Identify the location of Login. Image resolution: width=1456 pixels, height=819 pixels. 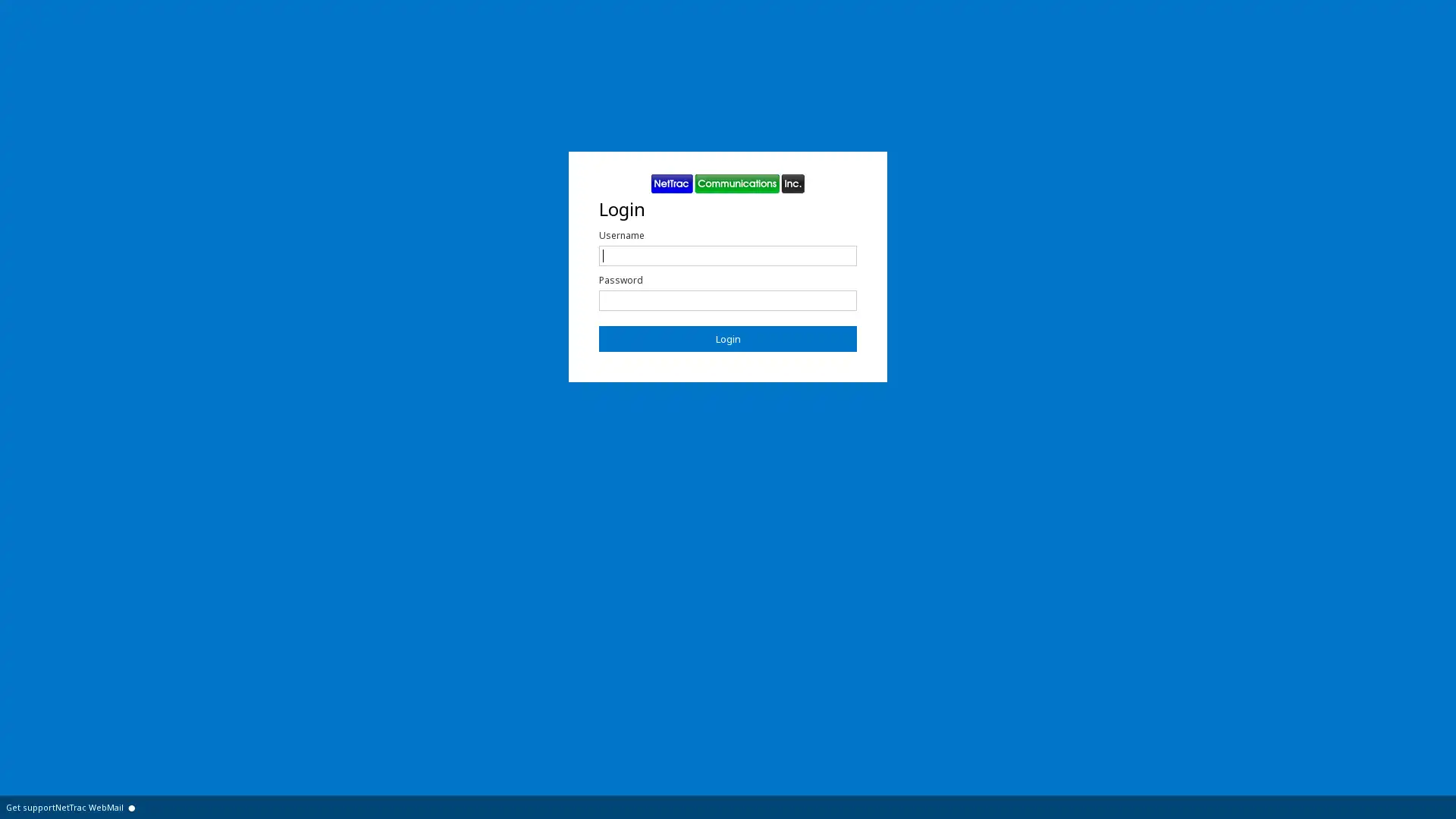
(728, 338).